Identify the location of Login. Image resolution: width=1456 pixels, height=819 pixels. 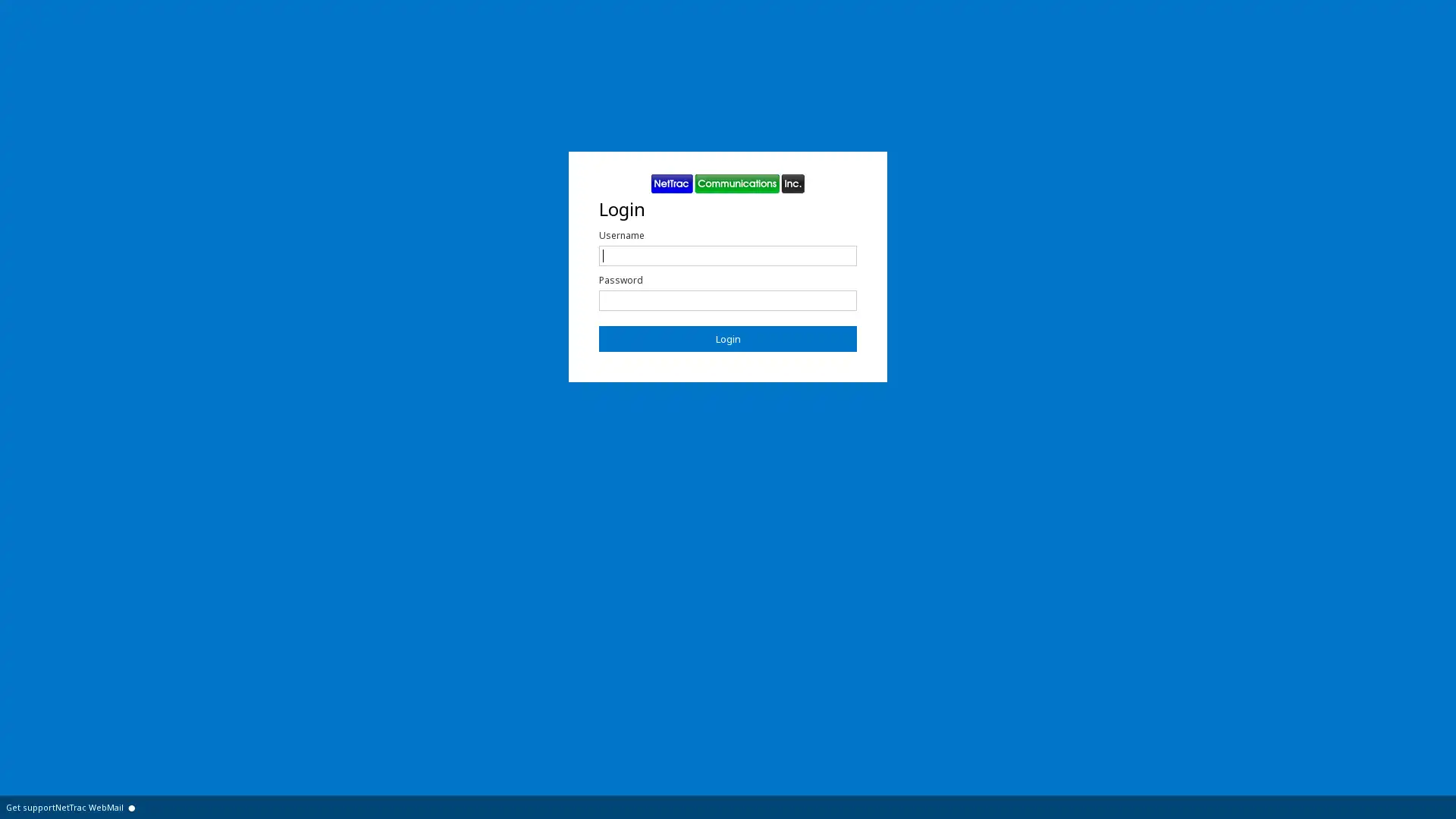
(728, 338).